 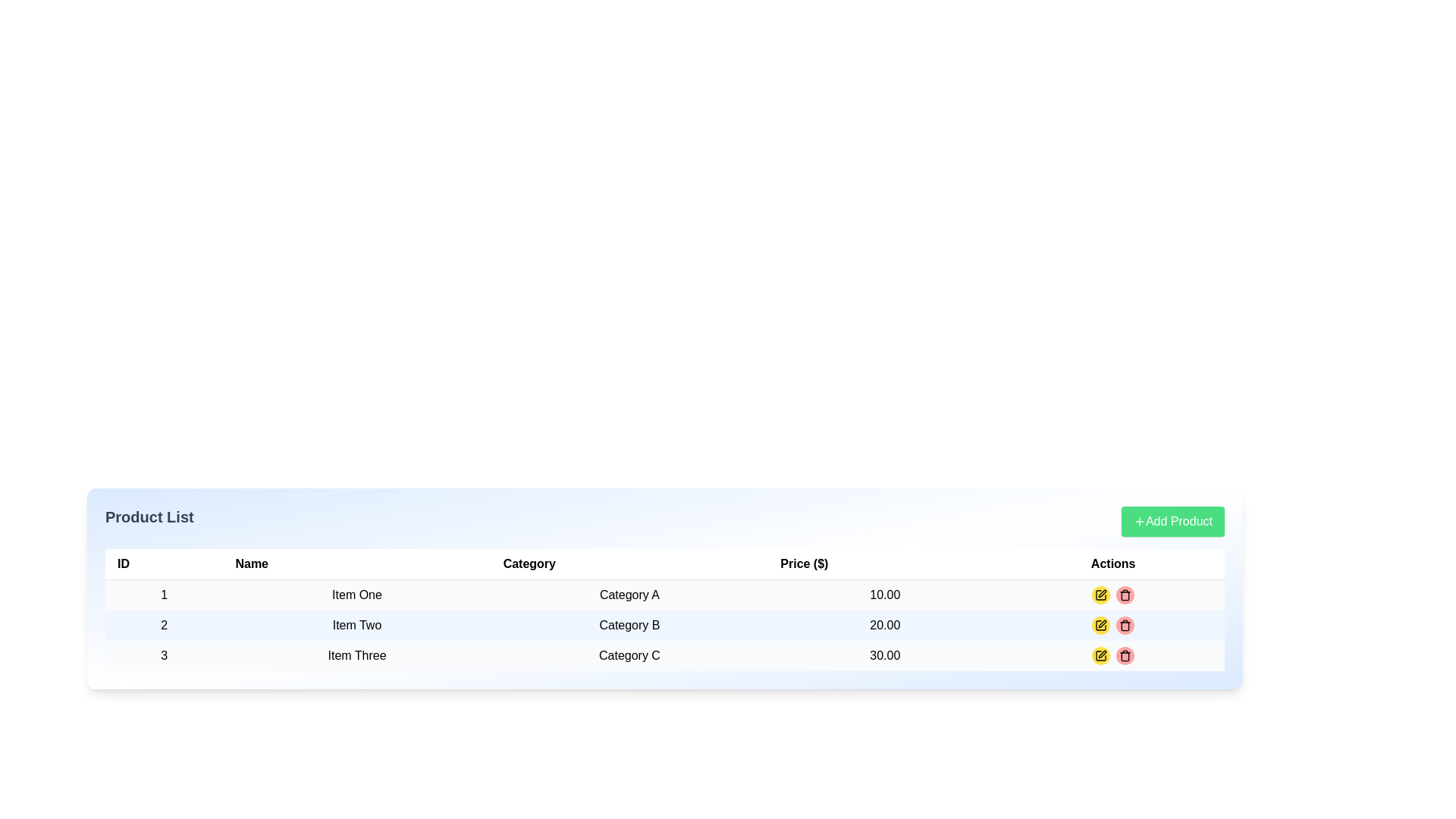 What do you see at coordinates (164, 626) in the screenshot?
I see `the Text label in the second row of the table under the 'ID' column, which identifies the order or category of the listed item` at bounding box center [164, 626].